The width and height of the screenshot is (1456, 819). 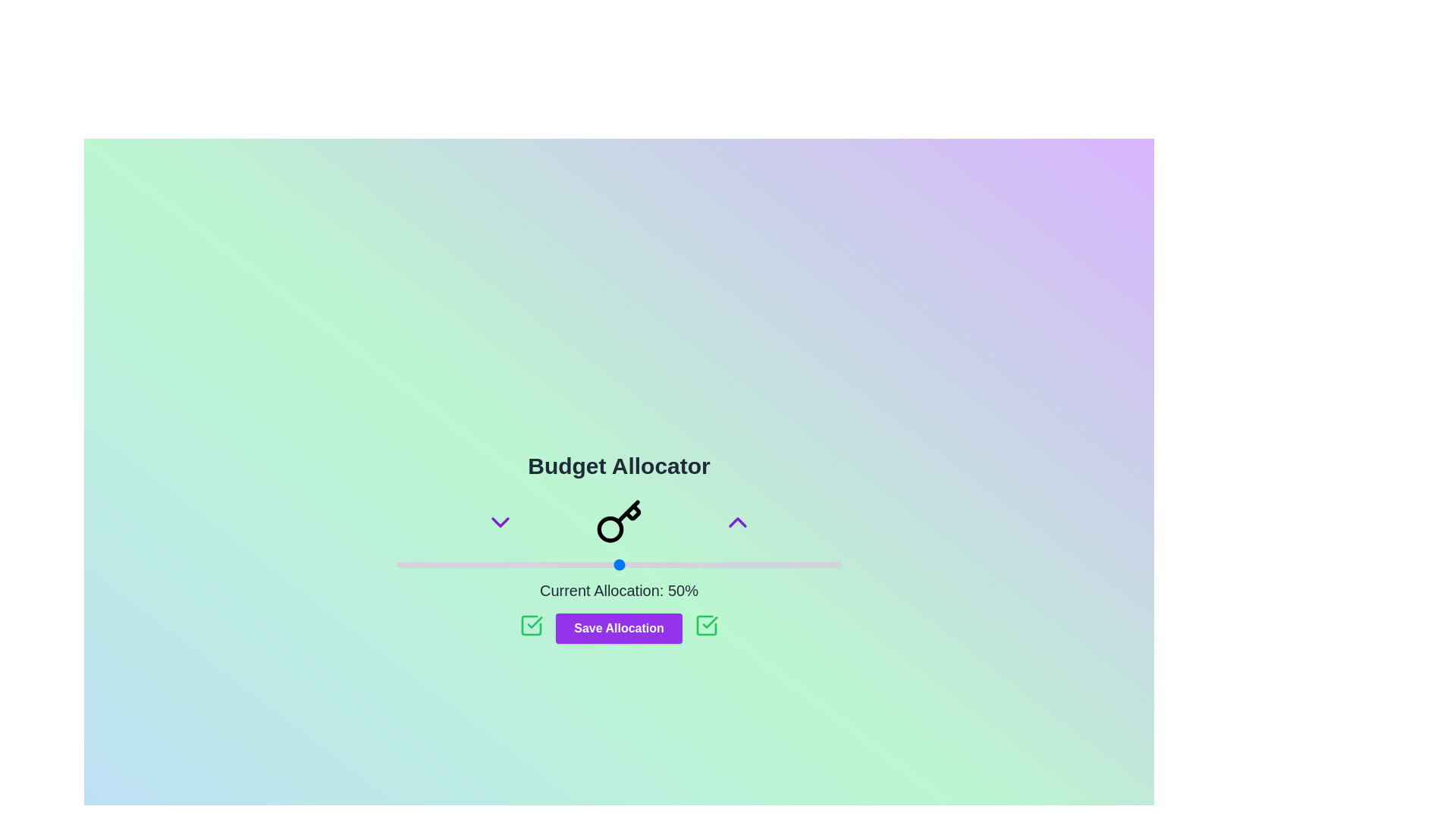 What do you see at coordinates (619, 629) in the screenshot?
I see `the 'Save Allocation' button to save the current budget allocation` at bounding box center [619, 629].